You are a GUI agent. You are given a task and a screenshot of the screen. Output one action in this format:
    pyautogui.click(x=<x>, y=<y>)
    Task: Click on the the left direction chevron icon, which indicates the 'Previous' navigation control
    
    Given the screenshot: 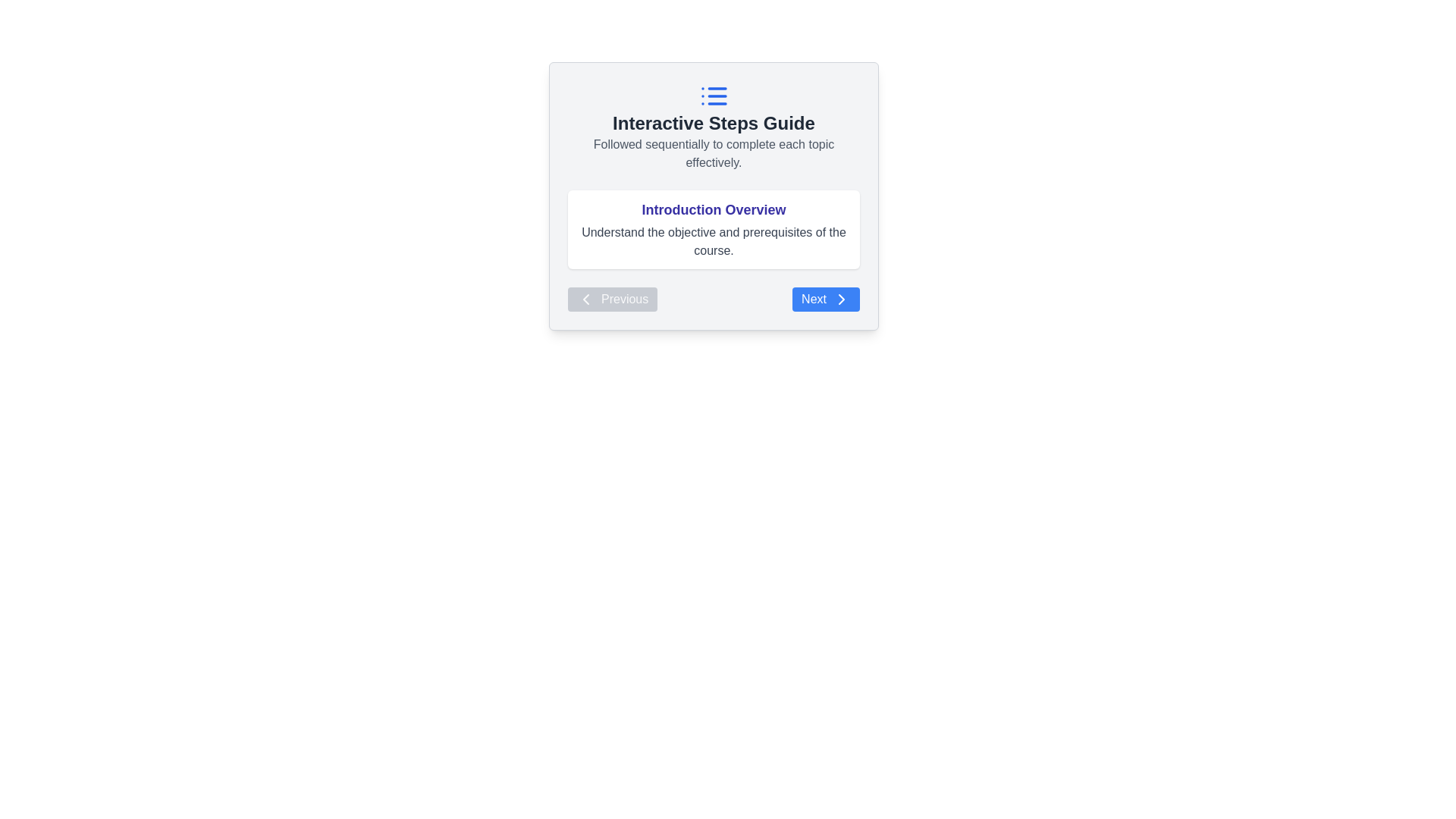 What is the action you would take?
    pyautogui.click(x=585, y=299)
    